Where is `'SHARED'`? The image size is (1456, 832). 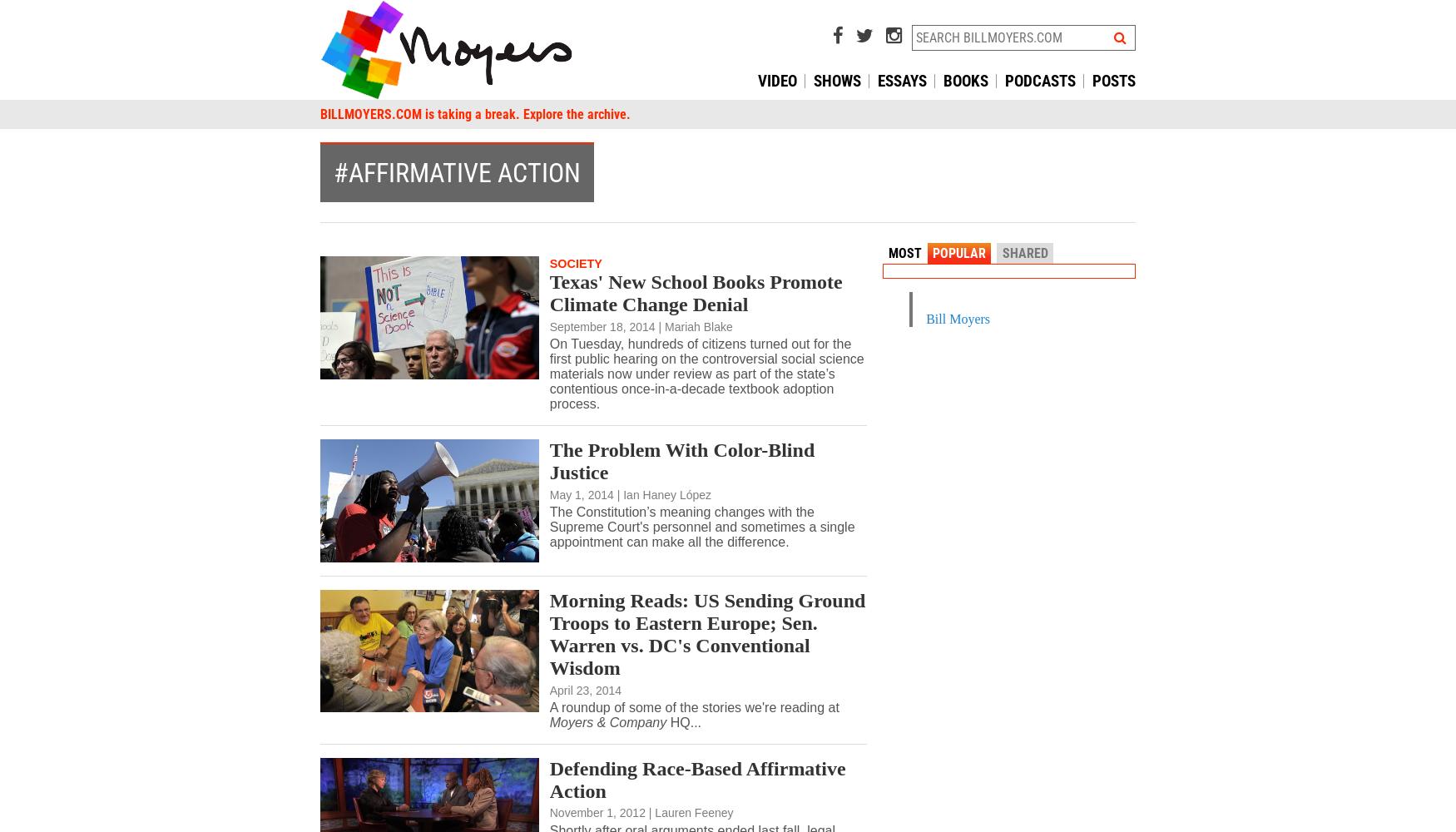
'SHARED' is located at coordinates (1002, 253).